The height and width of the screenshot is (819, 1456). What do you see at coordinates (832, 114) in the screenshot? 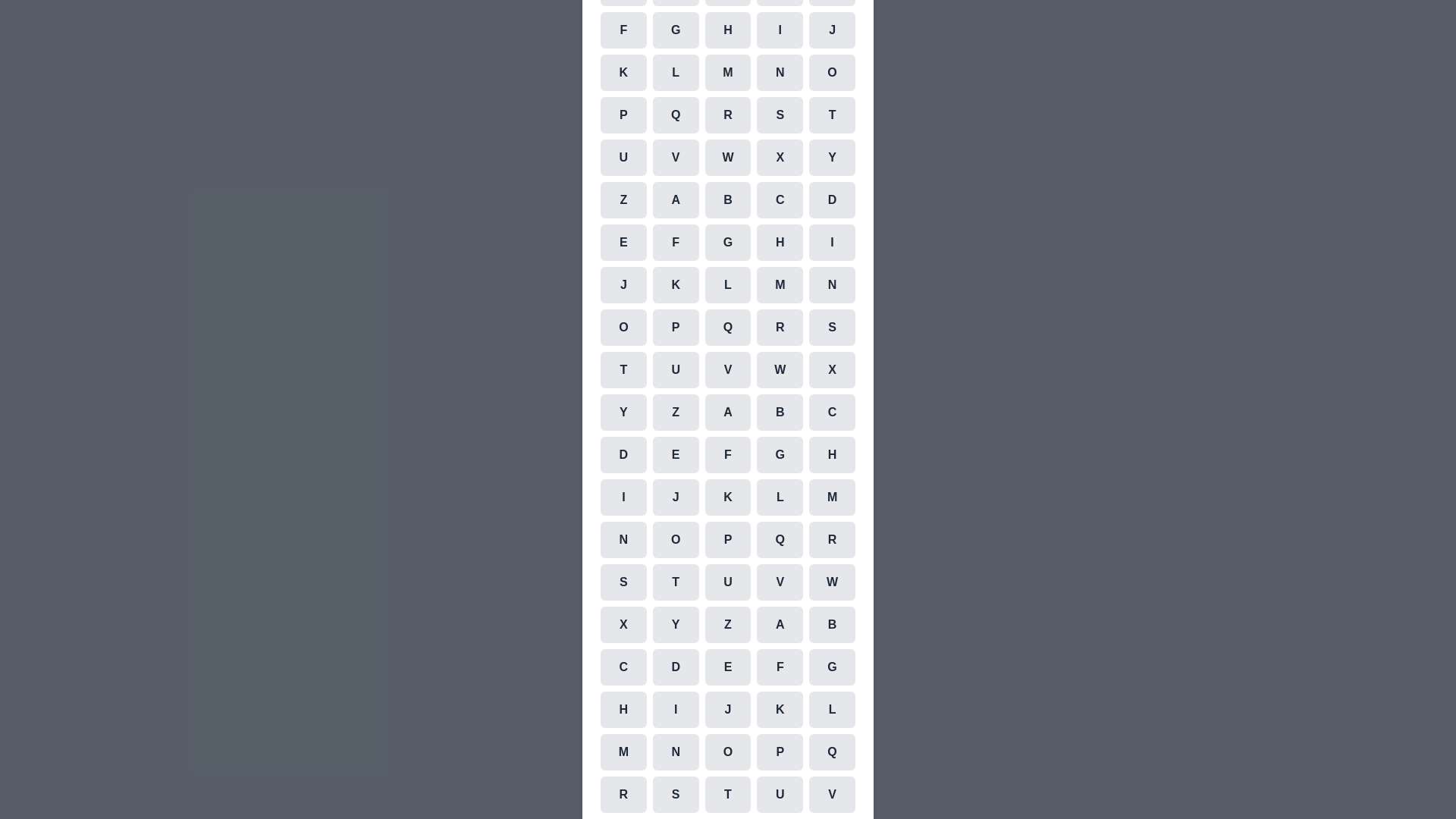
I see `the cell representing the character T` at bounding box center [832, 114].